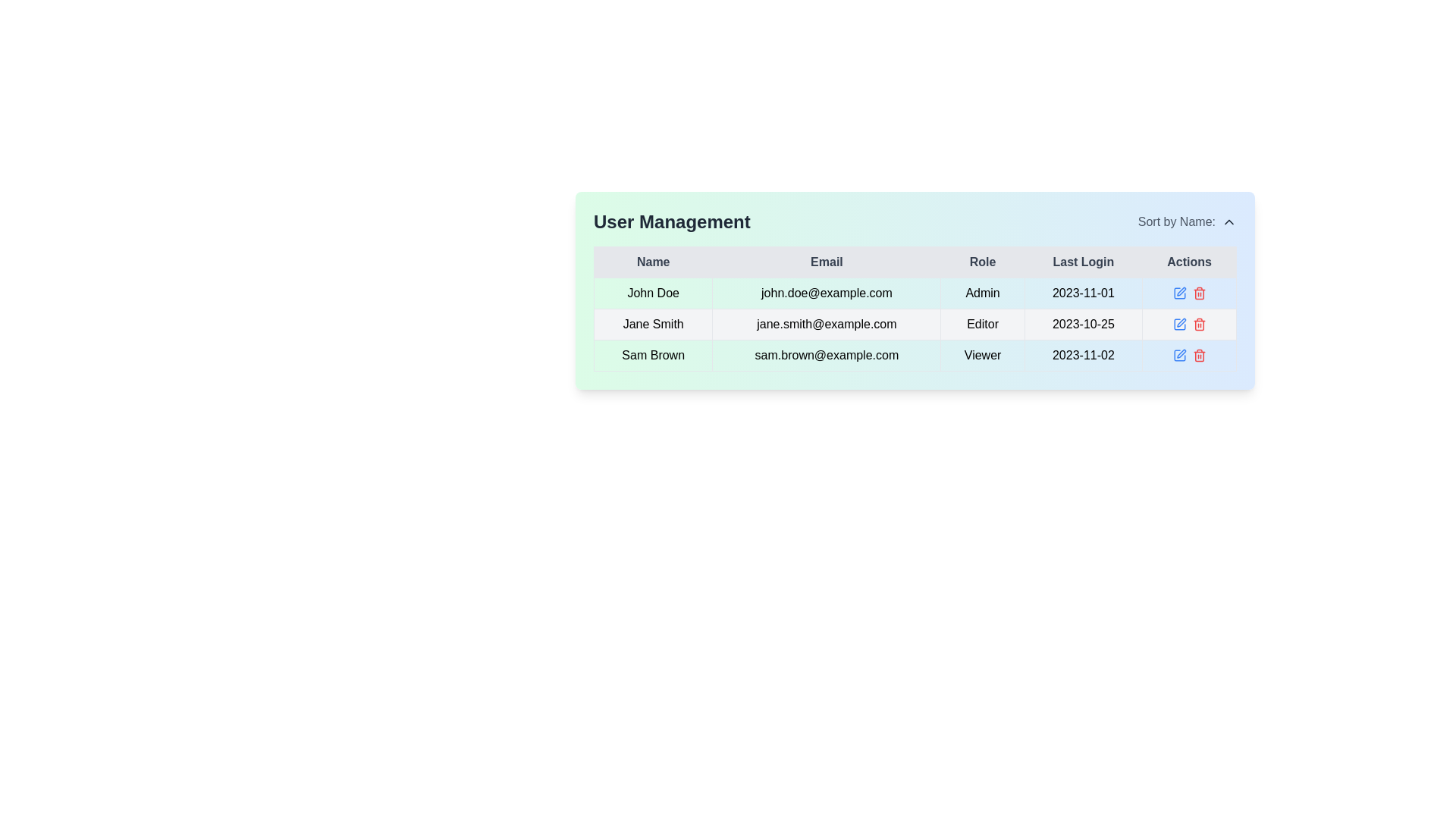  I want to click on the pen icon located in the 'Actions' column of the second row in the user management table, so click(1180, 291).